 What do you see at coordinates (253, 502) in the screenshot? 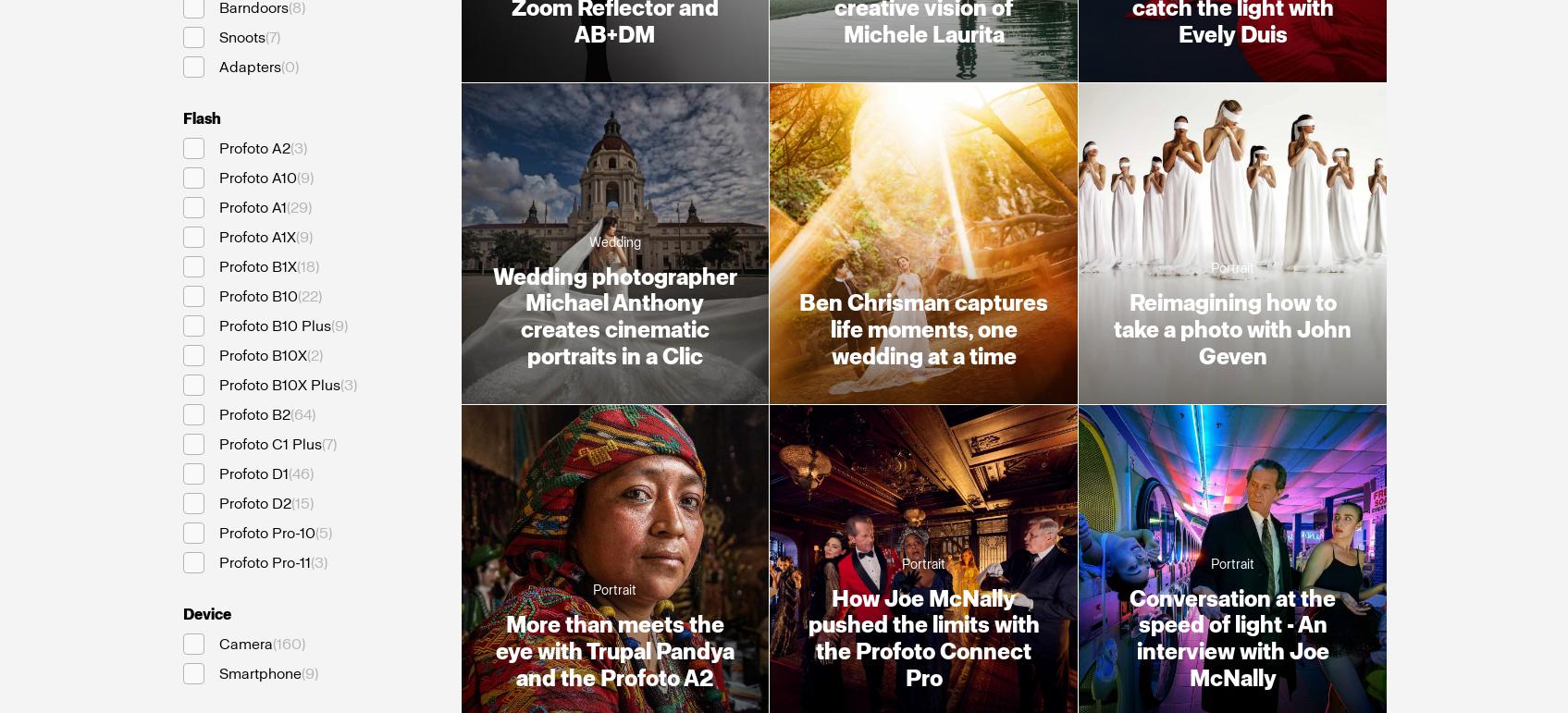
I see `'Profoto D2'` at bounding box center [253, 502].